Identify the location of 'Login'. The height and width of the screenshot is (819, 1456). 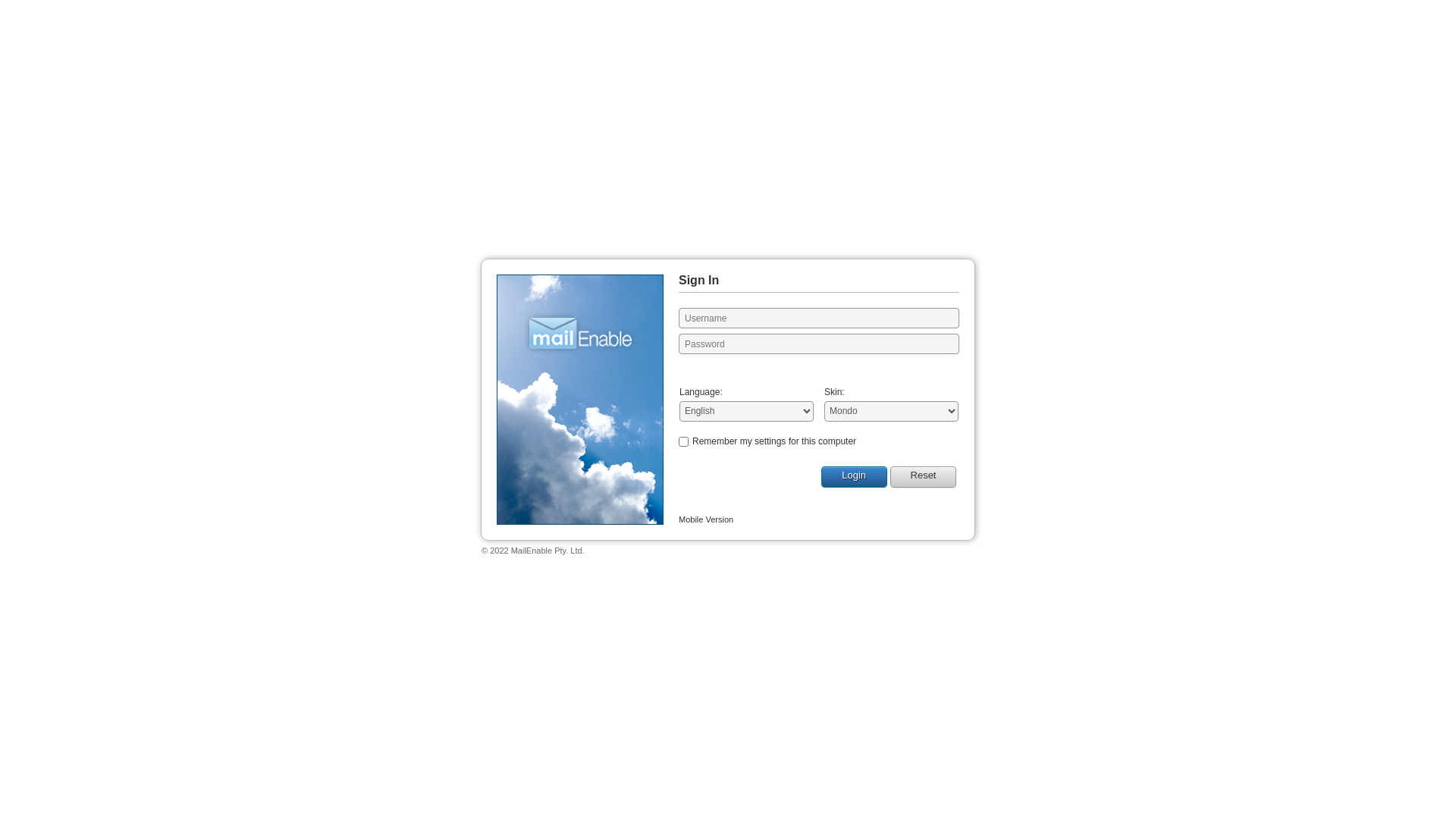
(854, 475).